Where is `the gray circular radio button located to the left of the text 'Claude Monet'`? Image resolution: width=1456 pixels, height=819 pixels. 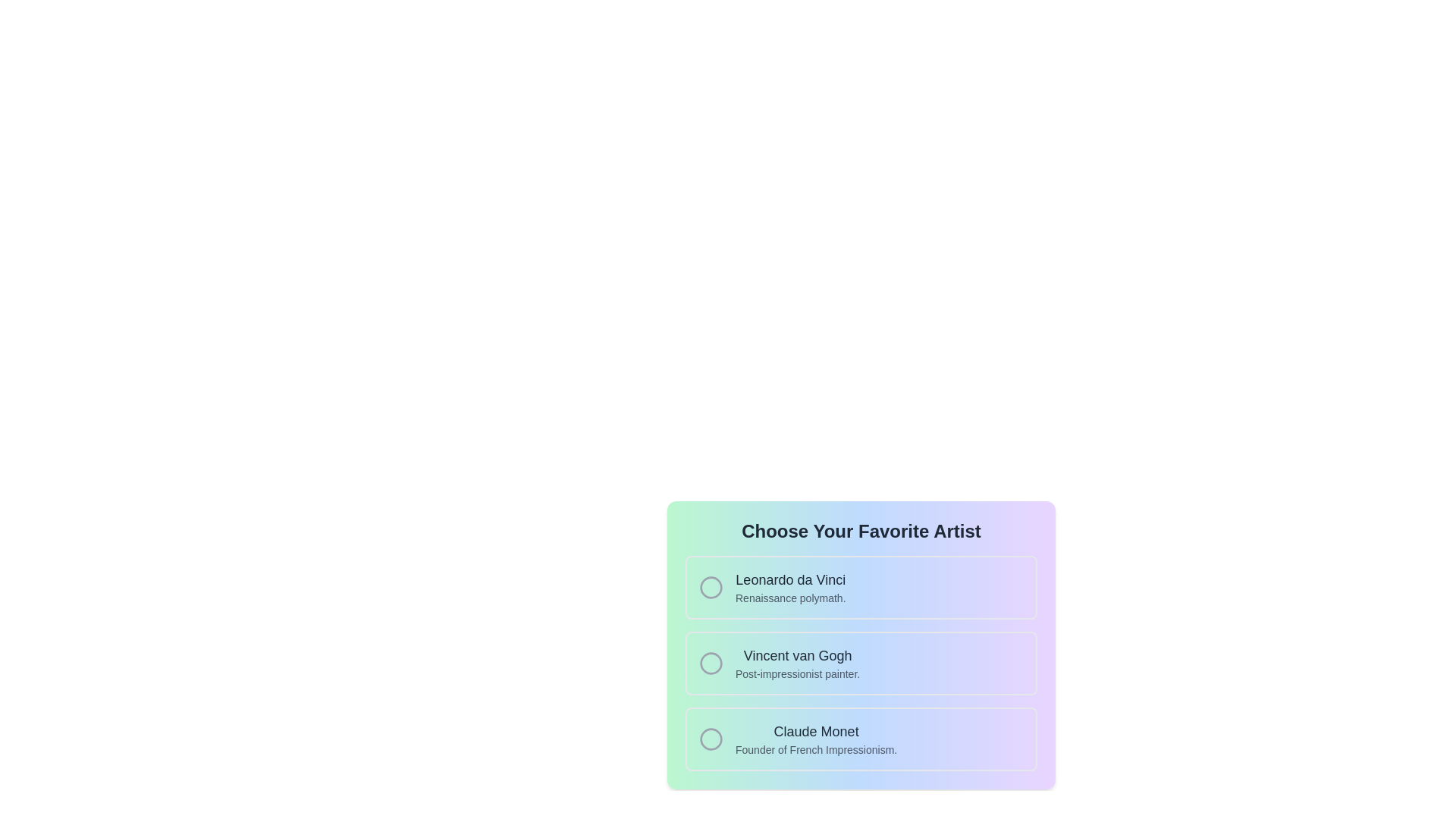
the gray circular radio button located to the left of the text 'Claude Monet' is located at coordinates (710, 739).